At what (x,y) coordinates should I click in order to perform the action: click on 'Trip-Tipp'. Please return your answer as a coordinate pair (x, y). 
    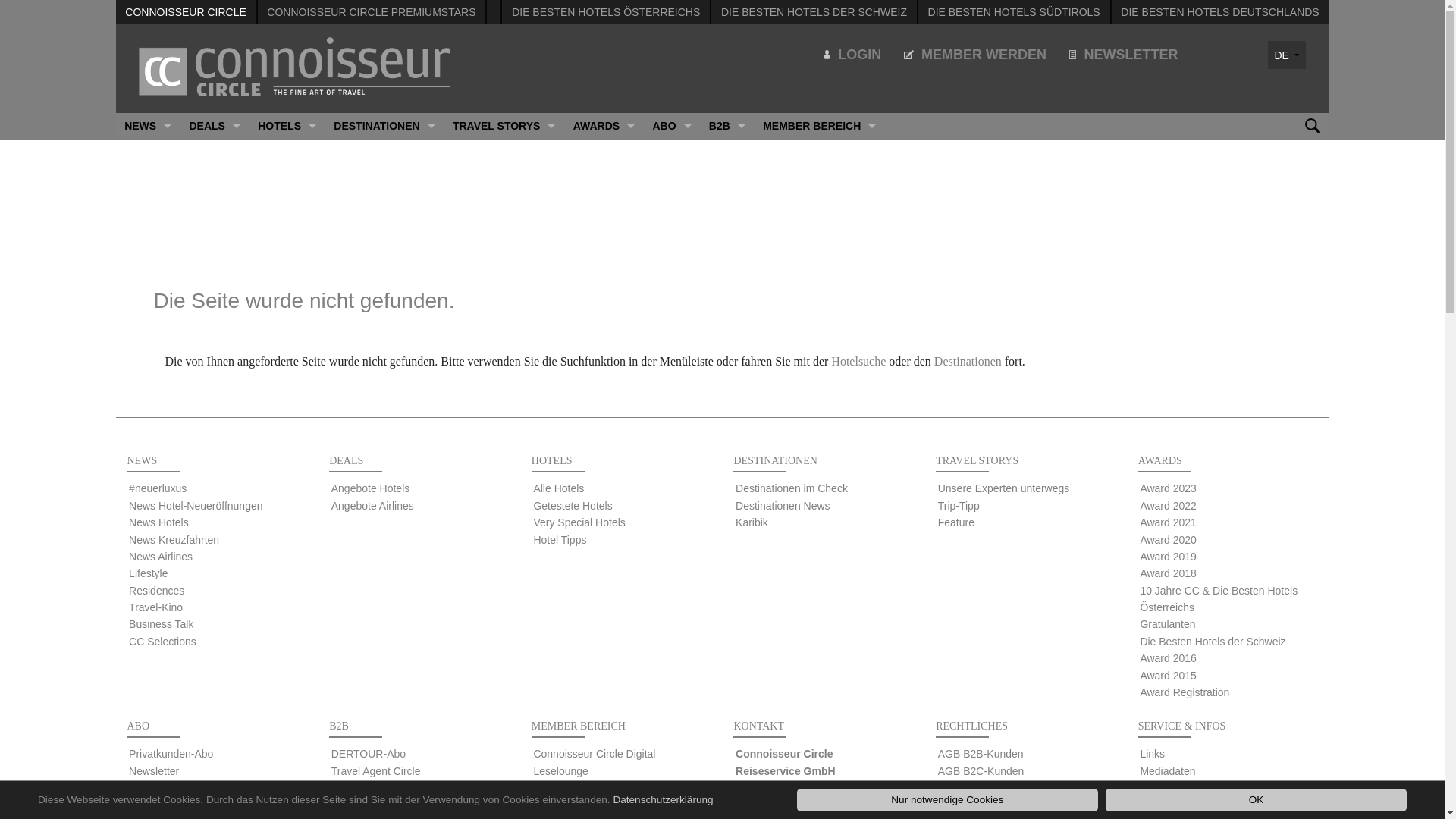
    Looking at the image, I should click on (958, 506).